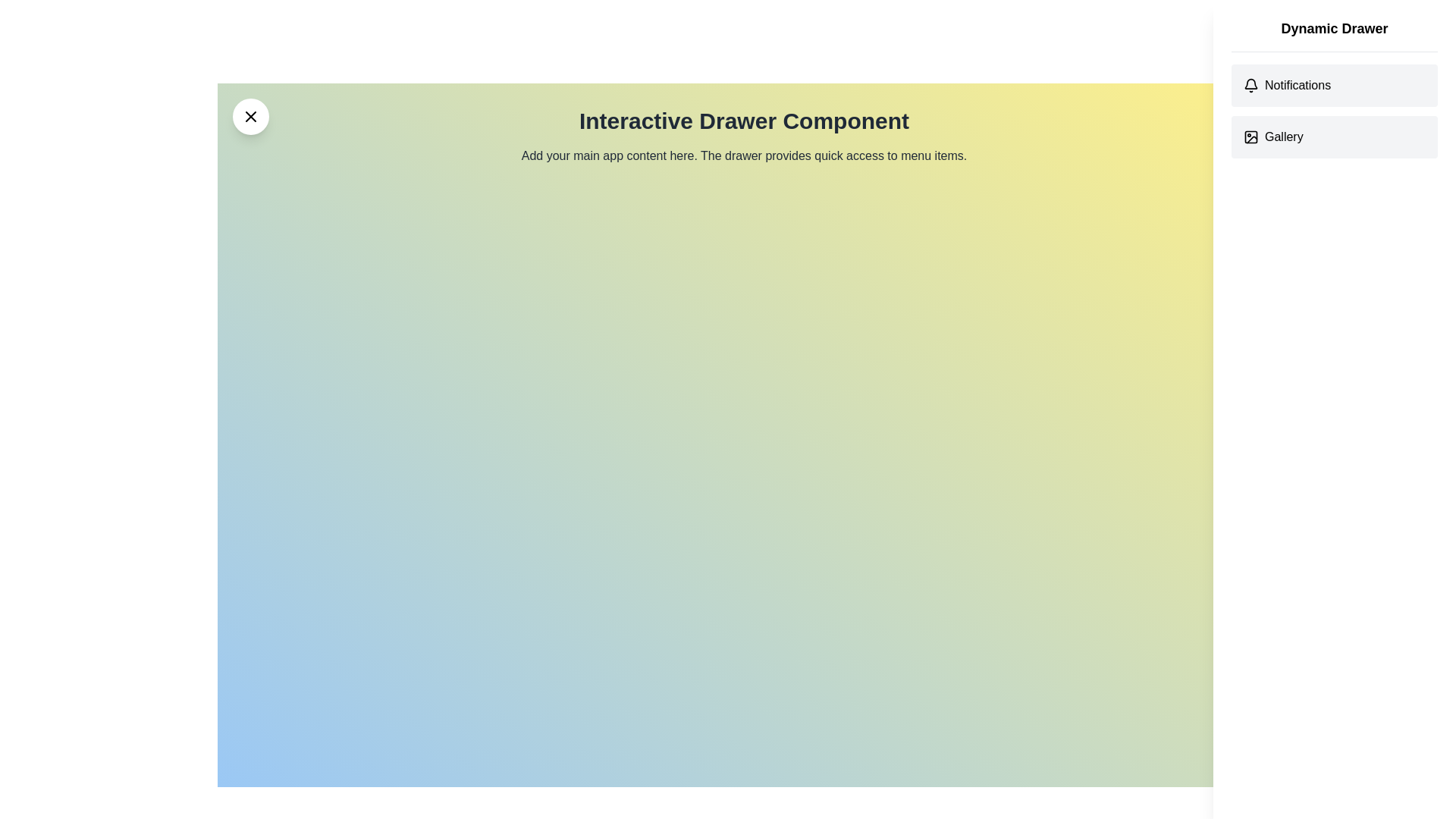 The width and height of the screenshot is (1456, 819). What do you see at coordinates (1251, 85) in the screenshot?
I see `the decorative notification icon located to the left of the 'Notifications' label in the 'Dynamic Drawer' panel on the sidebar` at bounding box center [1251, 85].